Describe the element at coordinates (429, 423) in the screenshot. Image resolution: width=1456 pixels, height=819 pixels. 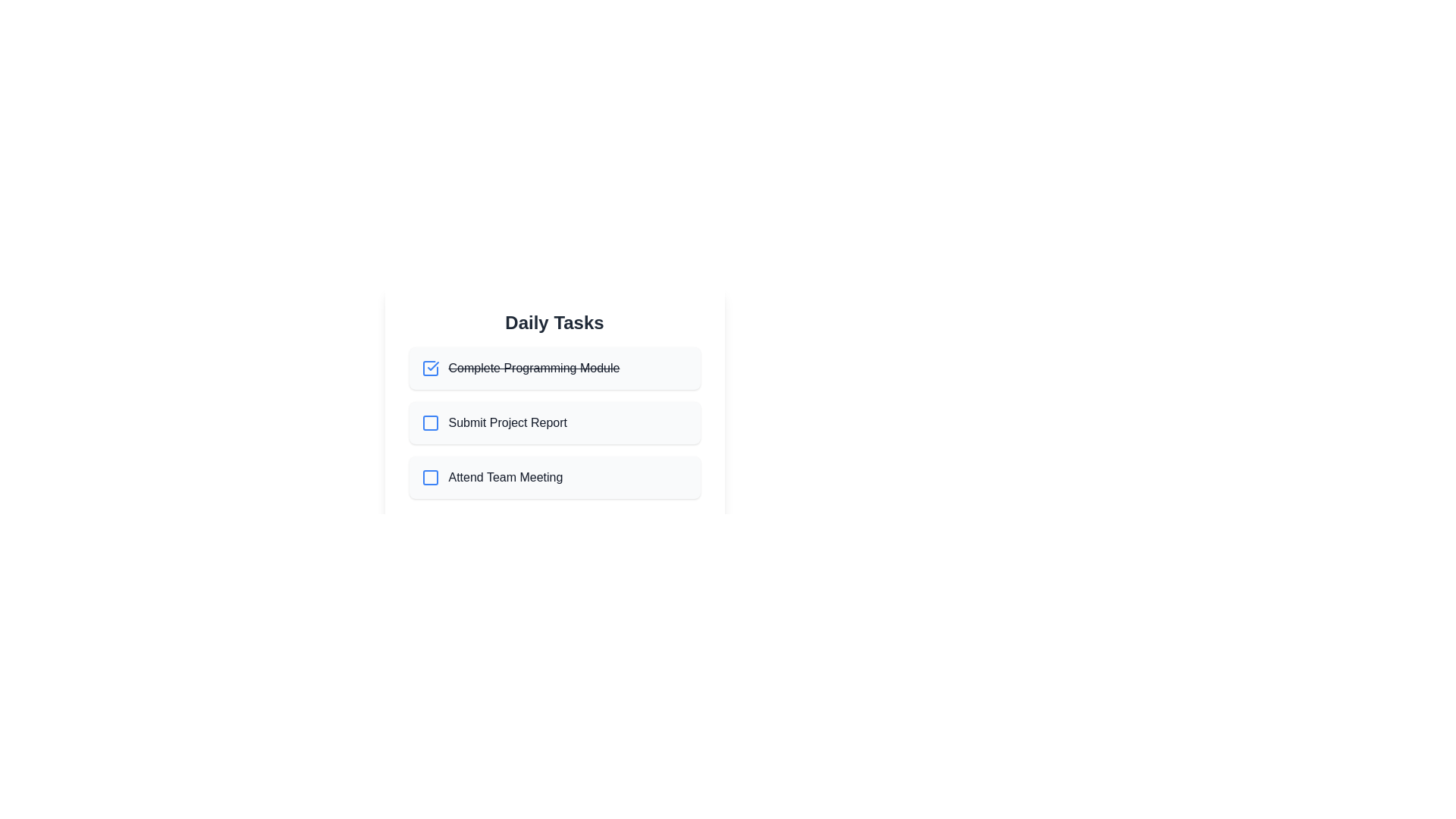
I see `the minimalistic icon styled as a small rounded rectangle with subtle border, located in the second checkbox for 'Submit Project Report'` at that location.